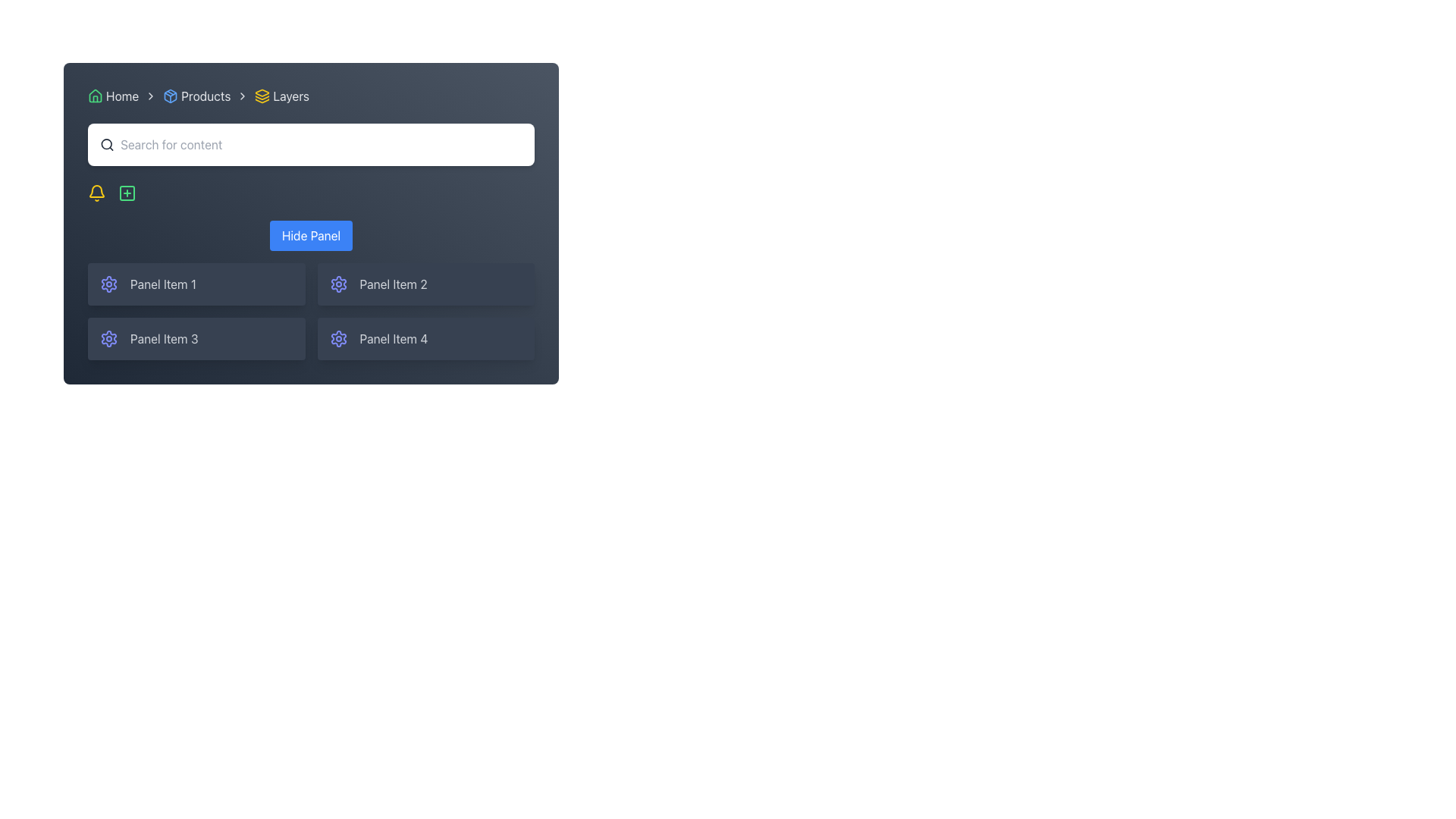  Describe the element at coordinates (112, 96) in the screenshot. I see `the Breadcrumb Navigation Item, which features a green outlined house icon and the text 'Home' in white` at that location.